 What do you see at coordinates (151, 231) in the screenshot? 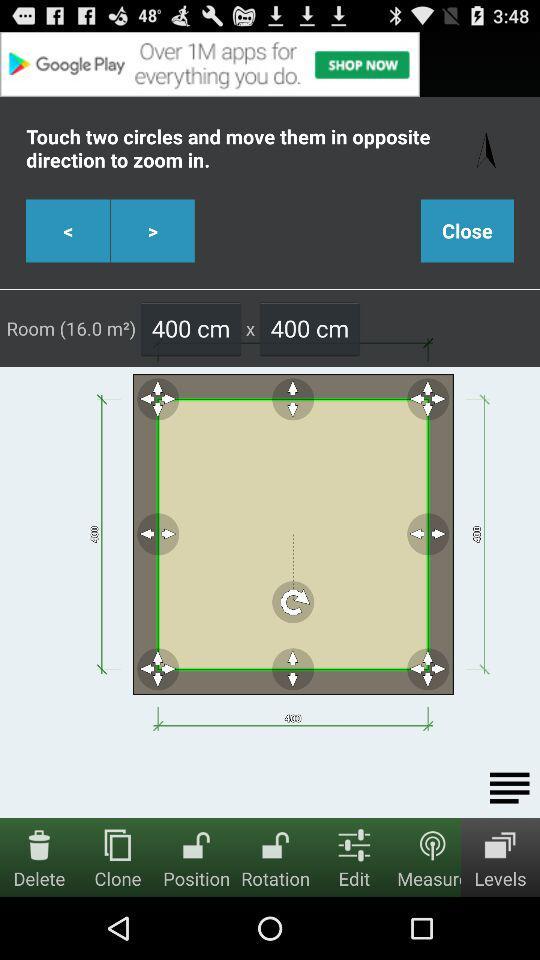
I see `the right scroll button` at bounding box center [151, 231].